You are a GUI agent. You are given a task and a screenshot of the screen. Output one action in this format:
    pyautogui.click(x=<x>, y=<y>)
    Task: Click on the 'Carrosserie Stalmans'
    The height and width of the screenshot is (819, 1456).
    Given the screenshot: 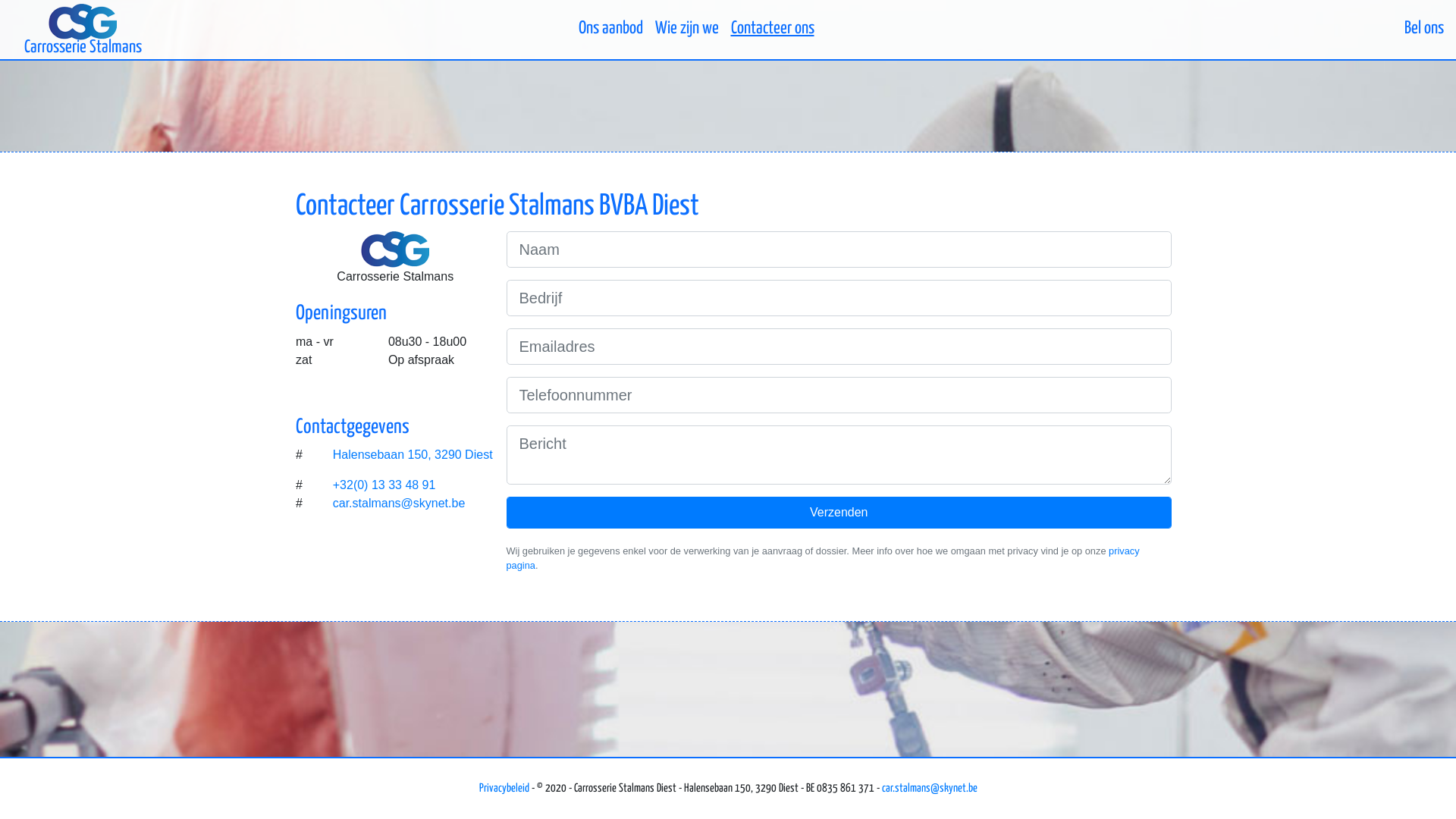 What is the action you would take?
    pyautogui.click(x=82, y=29)
    